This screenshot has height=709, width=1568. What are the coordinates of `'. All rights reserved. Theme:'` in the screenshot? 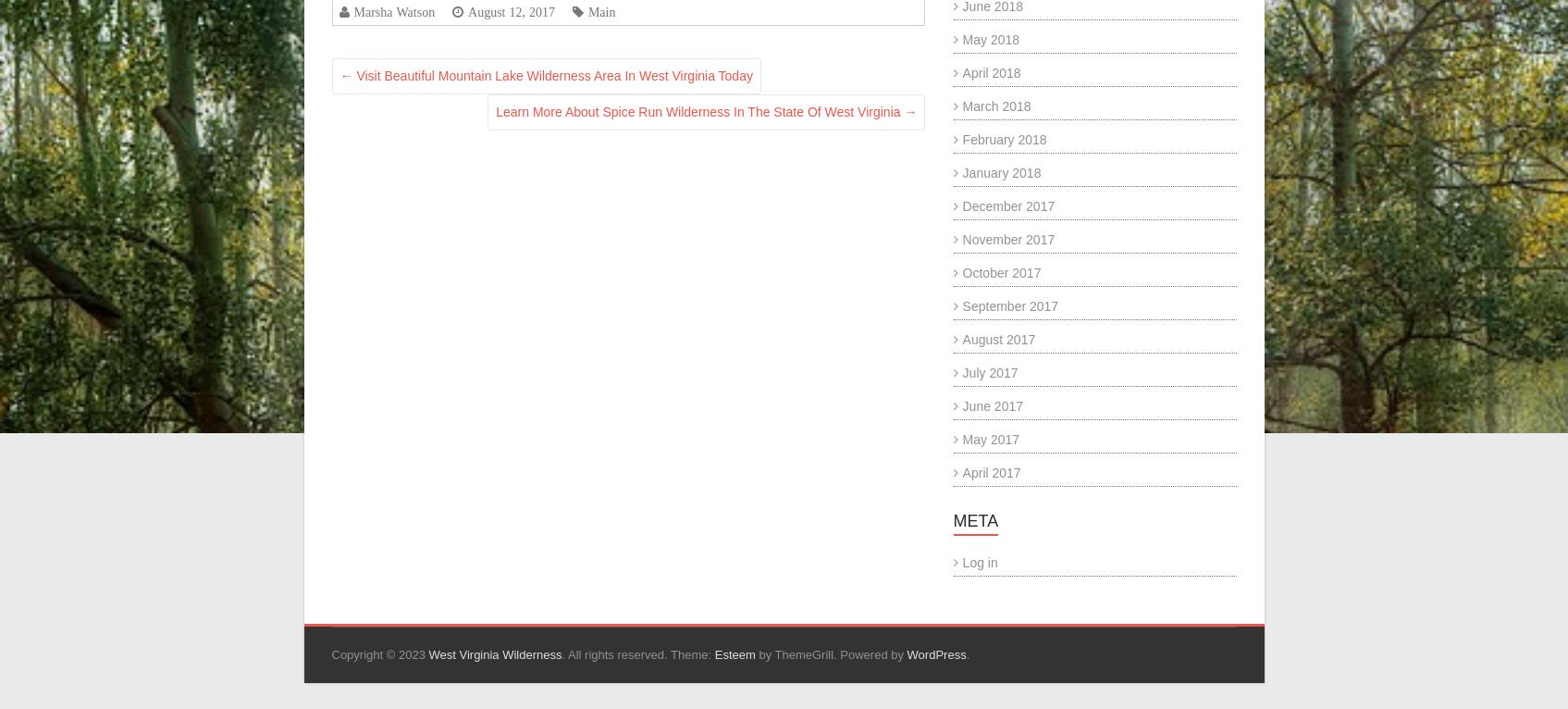 It's located at (637, 653).